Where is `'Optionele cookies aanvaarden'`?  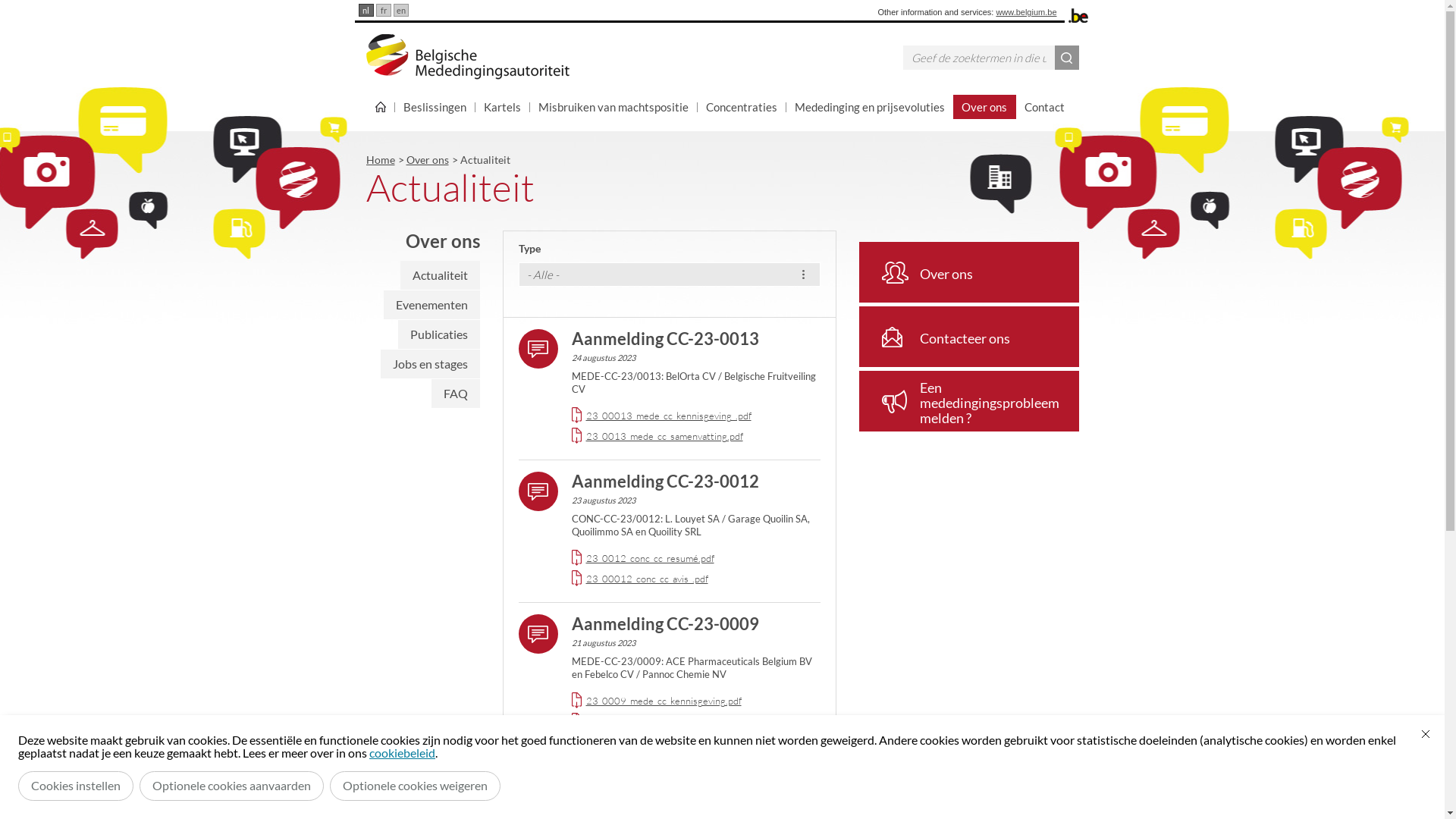
'Optionele cookies aanvaarden' is located at coordinates (231, 785).